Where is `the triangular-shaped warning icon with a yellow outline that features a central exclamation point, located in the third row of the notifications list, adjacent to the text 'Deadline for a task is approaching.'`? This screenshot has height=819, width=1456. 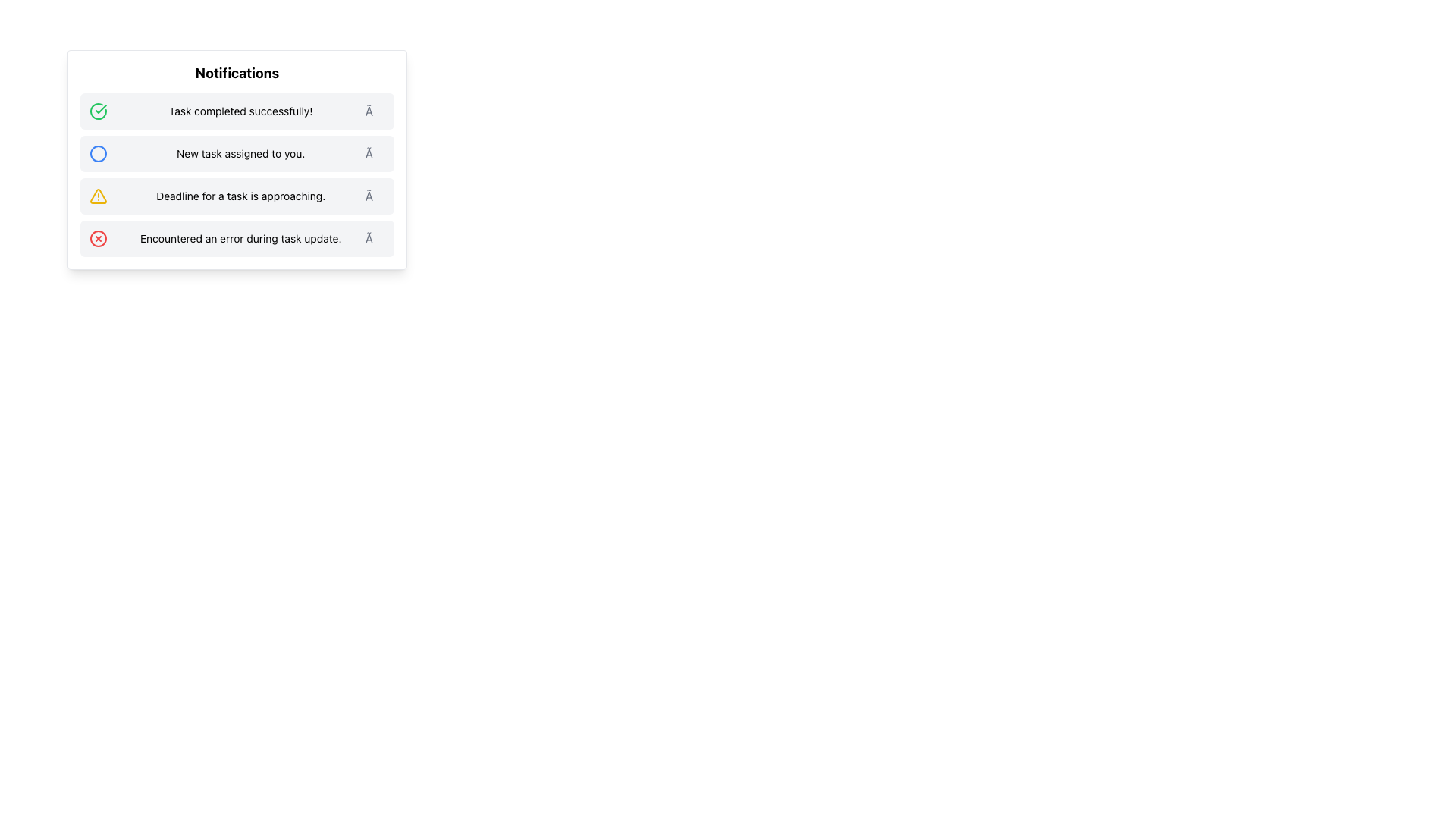
the triangular-shaped warning icon with a yellow outline that features a central exclamation point, located in the third row of the notifications list, adjacent to the text 'Deadline for a task is approaching.' is located at coordinates (97, 195).